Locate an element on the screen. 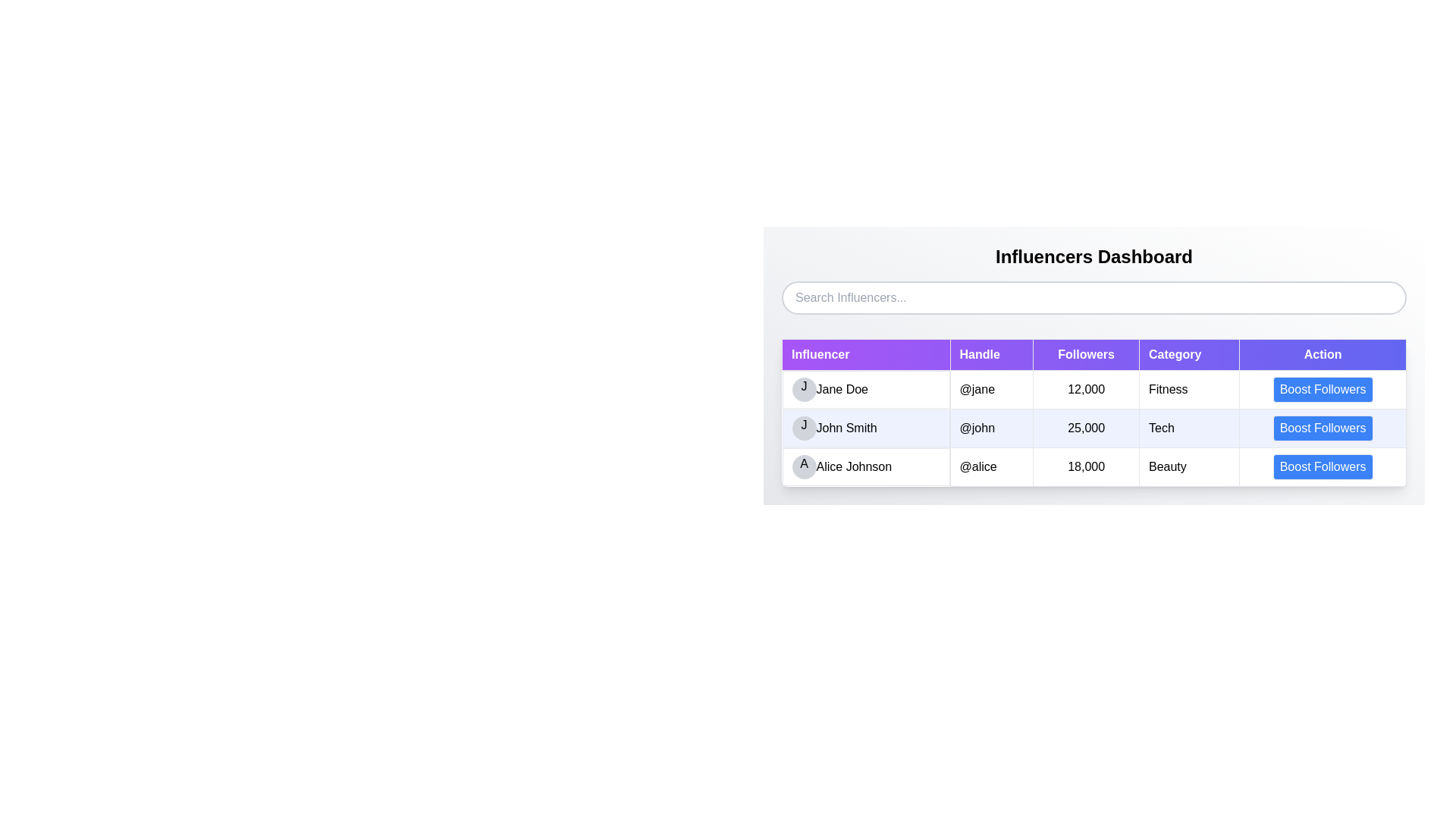 The image size is (1456, 819). text displayed in the Text Display element that shows '@jane' located in the 'Handle' column of the table, aligned with 'Jane Doe' in the 'Influencer' column is located at coordinates (991, 388).